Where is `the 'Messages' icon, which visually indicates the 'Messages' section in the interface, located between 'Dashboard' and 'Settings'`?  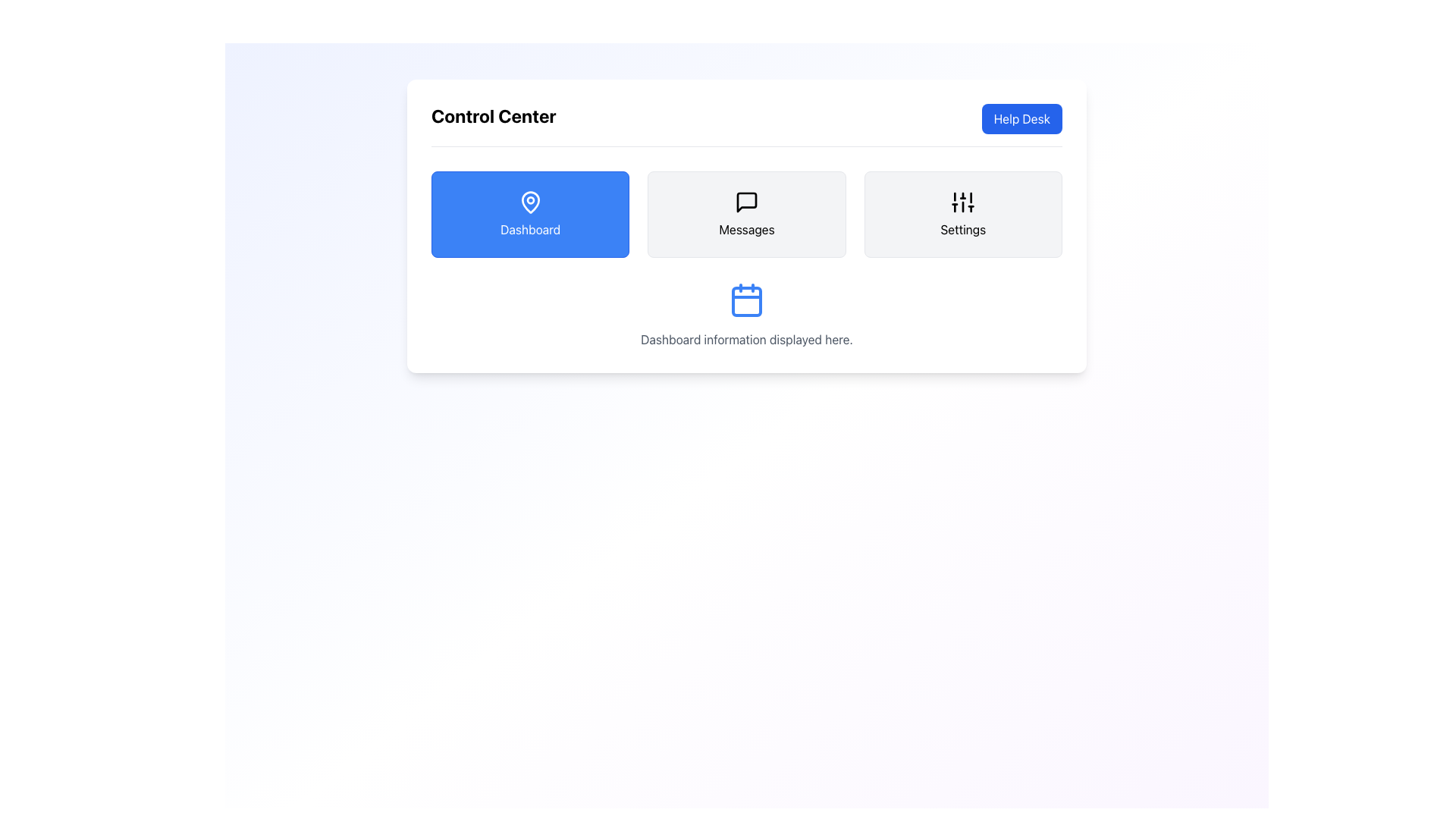 the 'Messages' icon, which visually indicates the 'Messages' section in the interface, located between 'Dashboard' and 'Settings' is located at coordinates (746, 201).